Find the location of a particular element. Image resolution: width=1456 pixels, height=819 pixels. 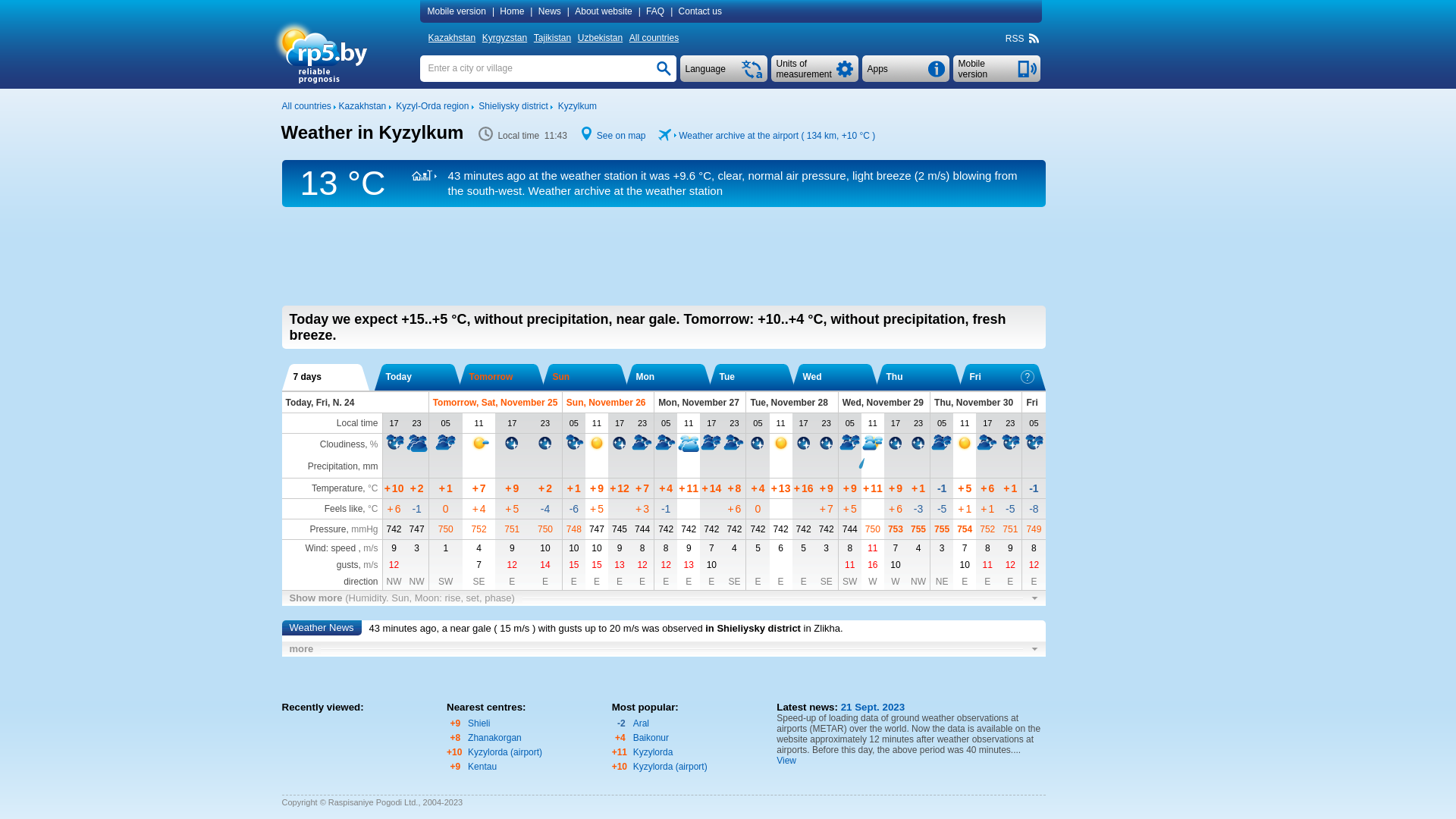

'See on map' is located at coordinates (621, 134).